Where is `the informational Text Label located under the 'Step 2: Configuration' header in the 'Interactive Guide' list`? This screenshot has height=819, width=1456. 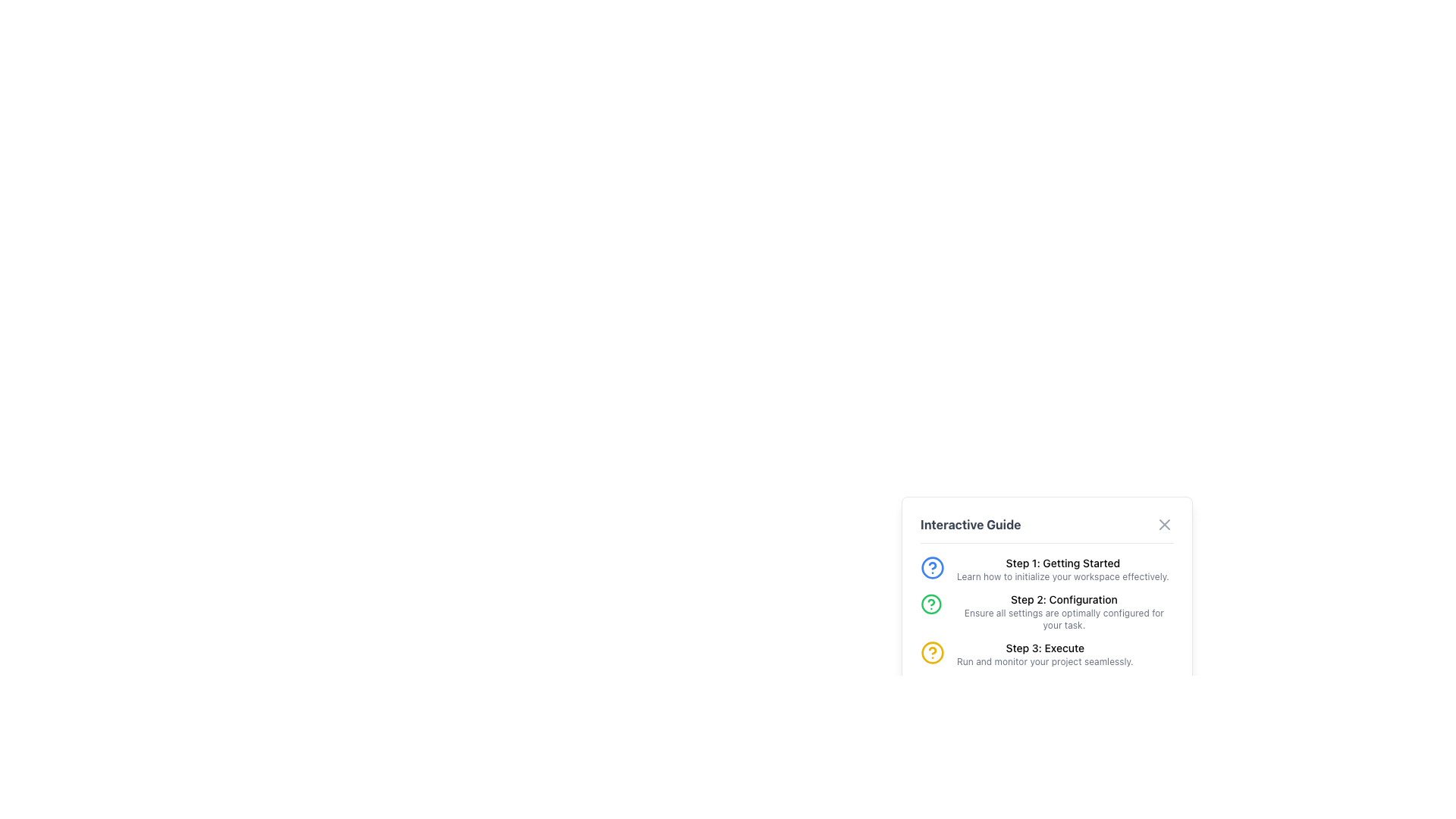 the informational Text Label located under the 'Step 2: Configuration' header in the 'Interactive Guide' list is located at coordinates (1063, 620).